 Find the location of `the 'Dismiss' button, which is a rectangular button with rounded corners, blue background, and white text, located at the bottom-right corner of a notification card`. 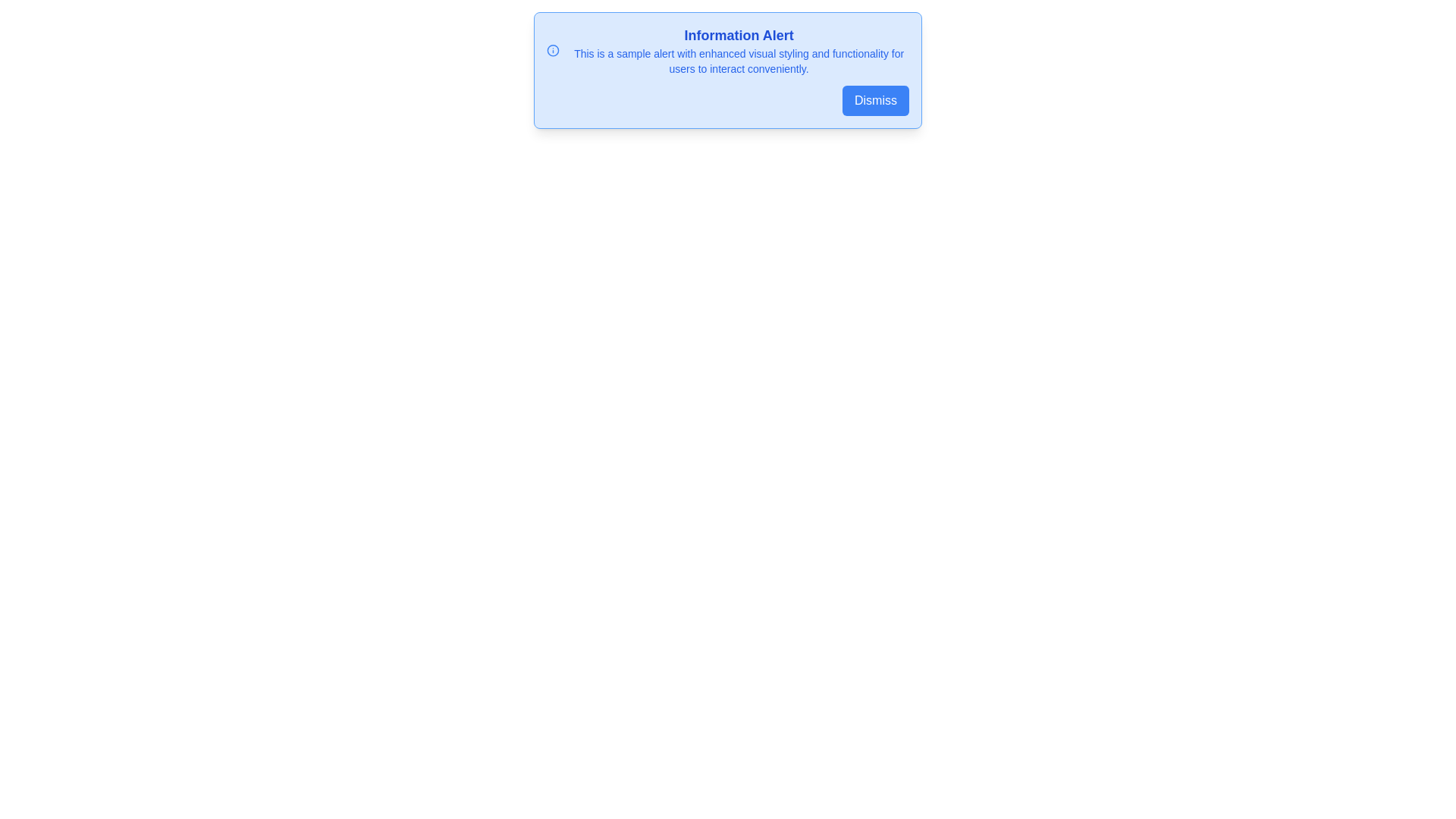

the 'Dismiss' button, which is a rectangular button with rounded corners, blue background, and white text, located at the bottom-right corner of a notification card is located at coordinates (876, 100).